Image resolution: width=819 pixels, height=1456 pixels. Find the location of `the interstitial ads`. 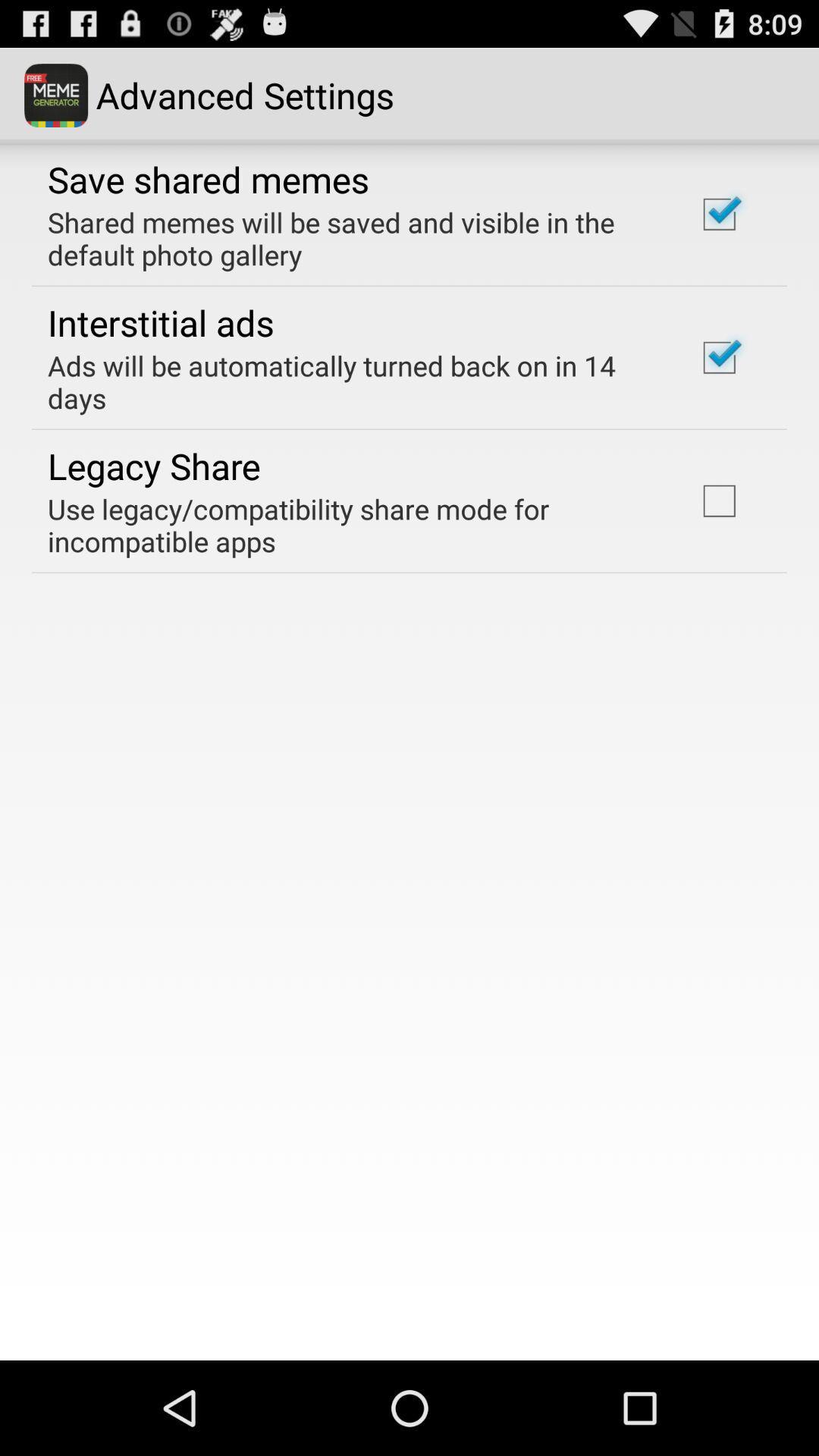

the interstitial ads is located at coordinates (161, 322).